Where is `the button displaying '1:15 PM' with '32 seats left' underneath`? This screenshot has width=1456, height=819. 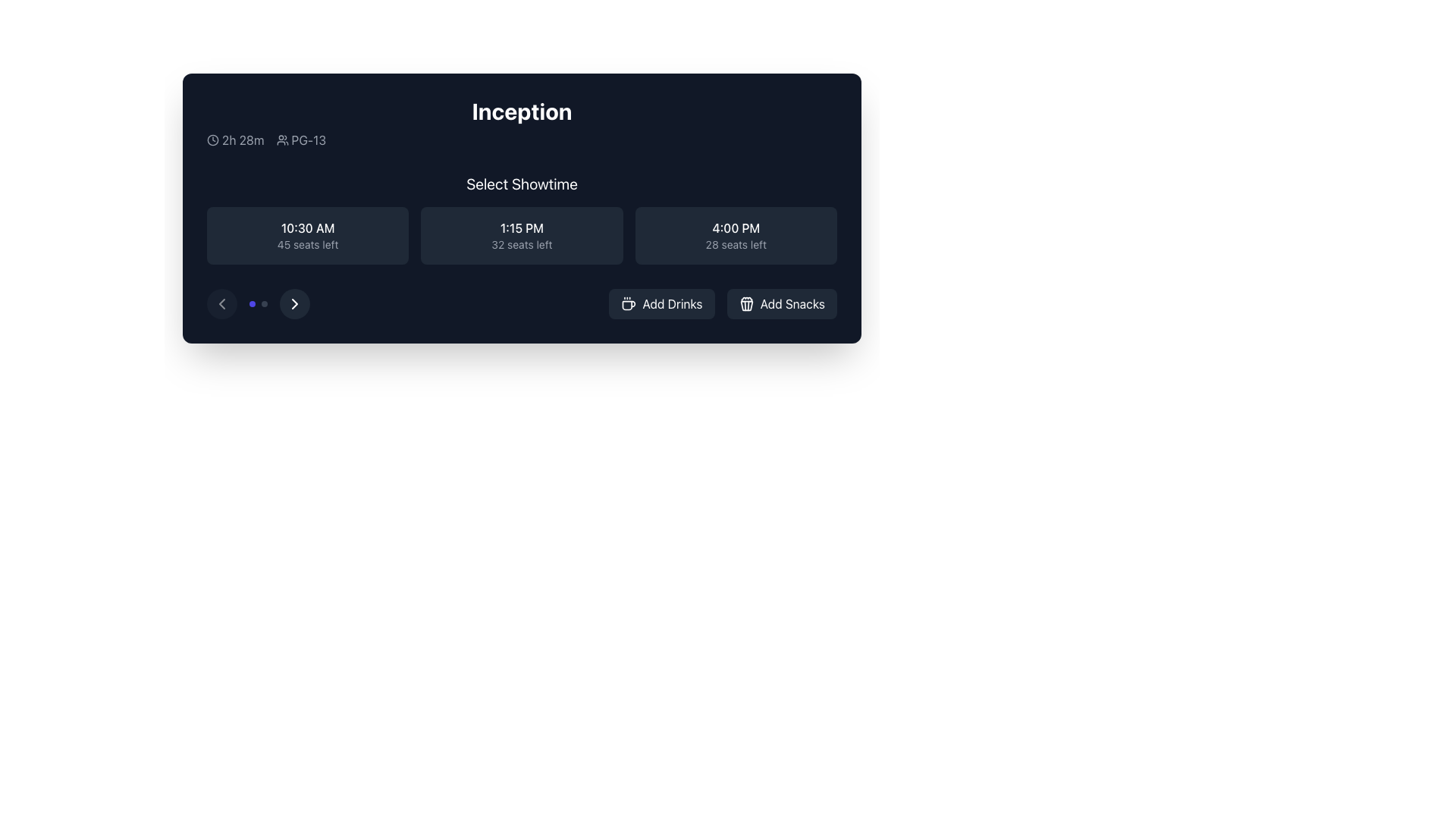
the button displaying '1:15 PM' with '32 seats left' underneath is located at coordinates (522, 236).